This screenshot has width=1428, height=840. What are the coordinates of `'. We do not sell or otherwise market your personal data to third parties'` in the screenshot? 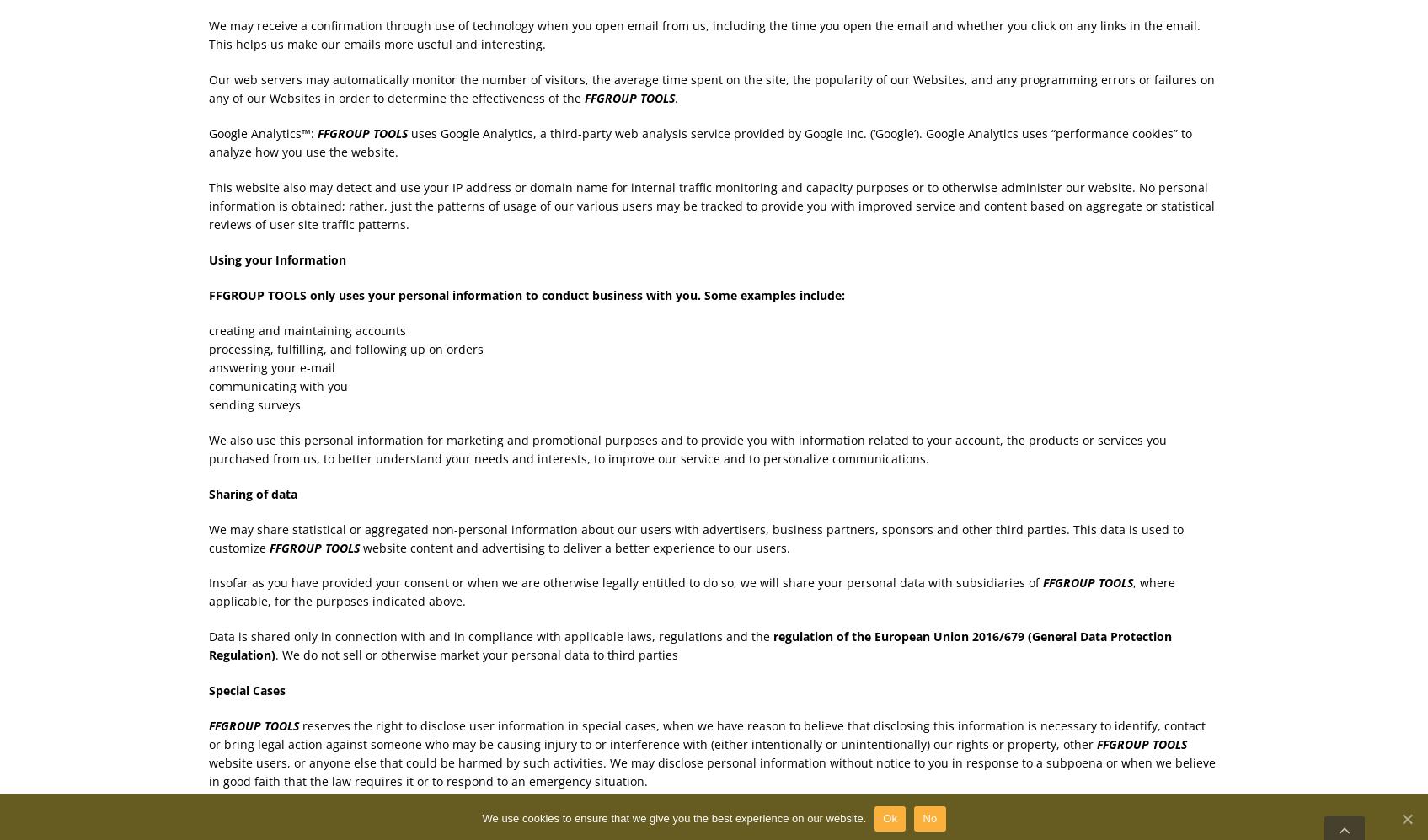 It's located at (274, 654).